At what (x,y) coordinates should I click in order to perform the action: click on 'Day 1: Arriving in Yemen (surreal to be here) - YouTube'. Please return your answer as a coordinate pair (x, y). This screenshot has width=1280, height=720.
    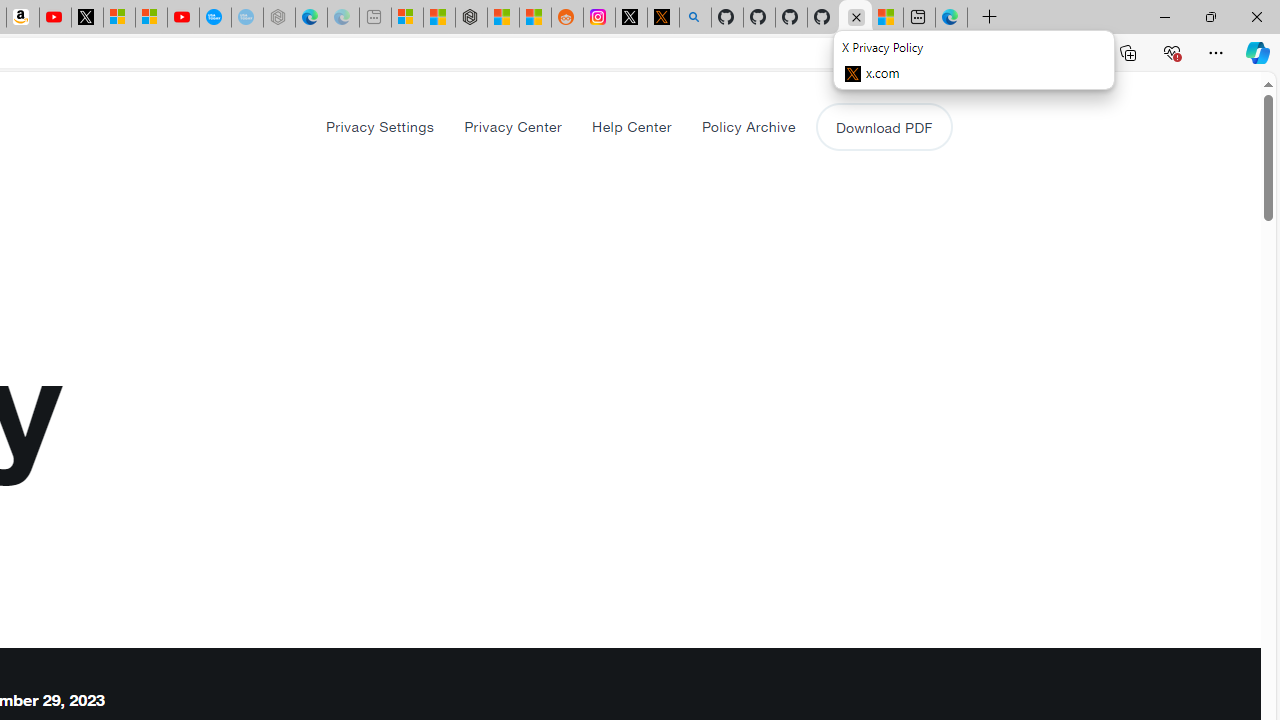
    Looking at the image, I should click on (55, 17).